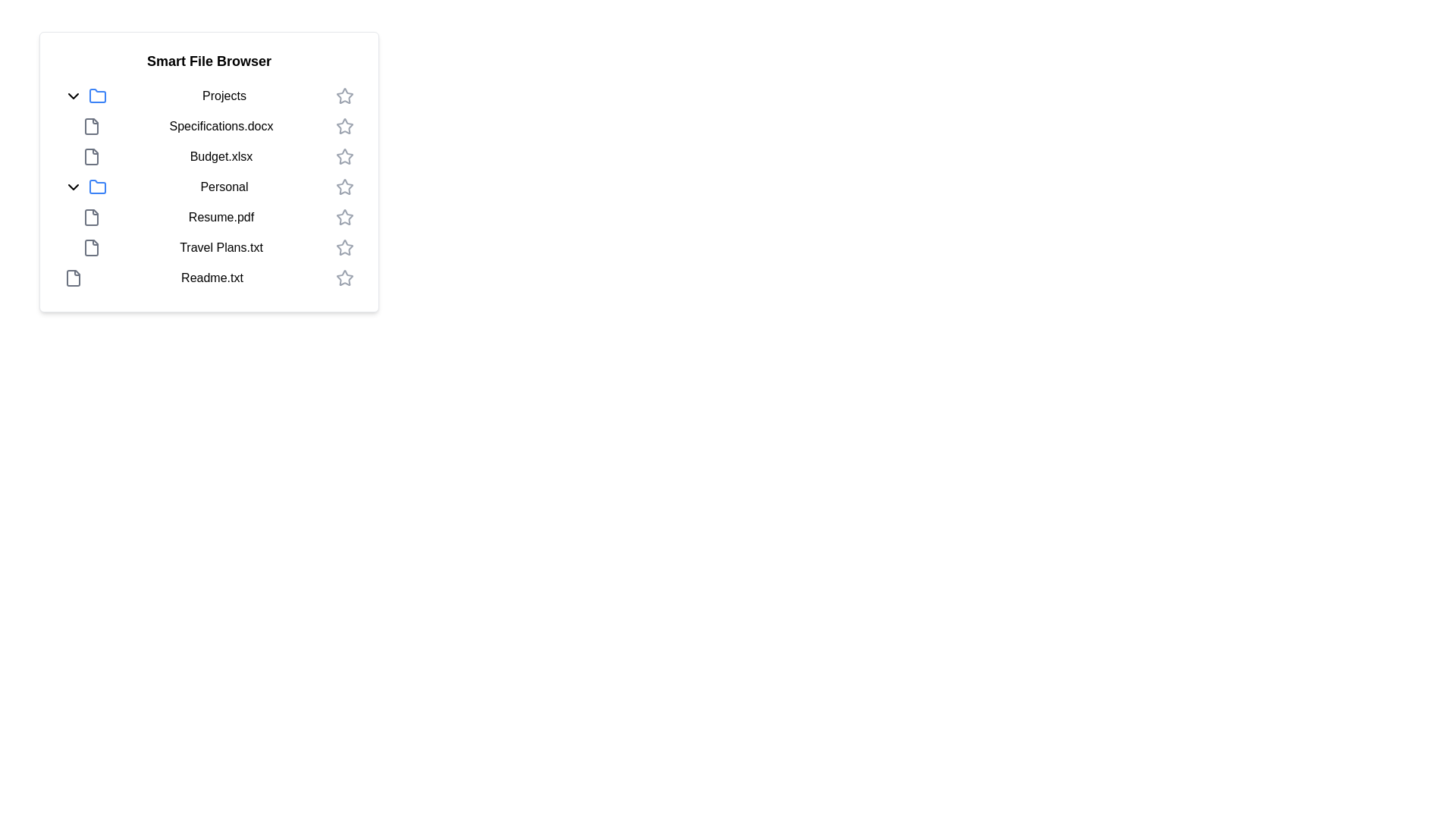 The width and height of the screenshot is (1456, 819). Describe the element at coordinates (97, 96) in the screenshot. I see `the folder icon located to the right of the downward chevron icon in the 'Projects' list item` at that location.